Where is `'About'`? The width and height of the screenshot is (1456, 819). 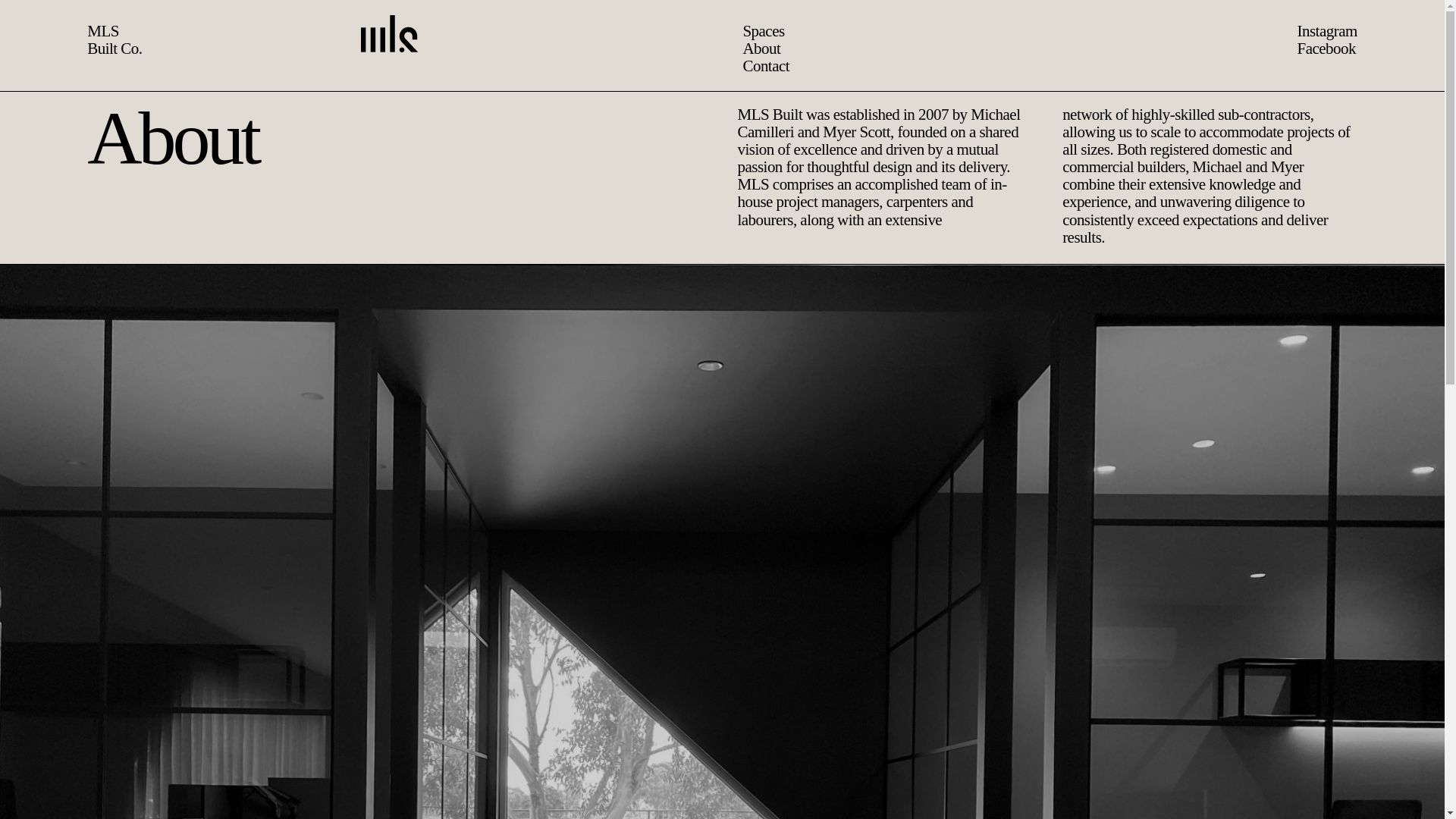 'About' is located at coordinates (717, 48).